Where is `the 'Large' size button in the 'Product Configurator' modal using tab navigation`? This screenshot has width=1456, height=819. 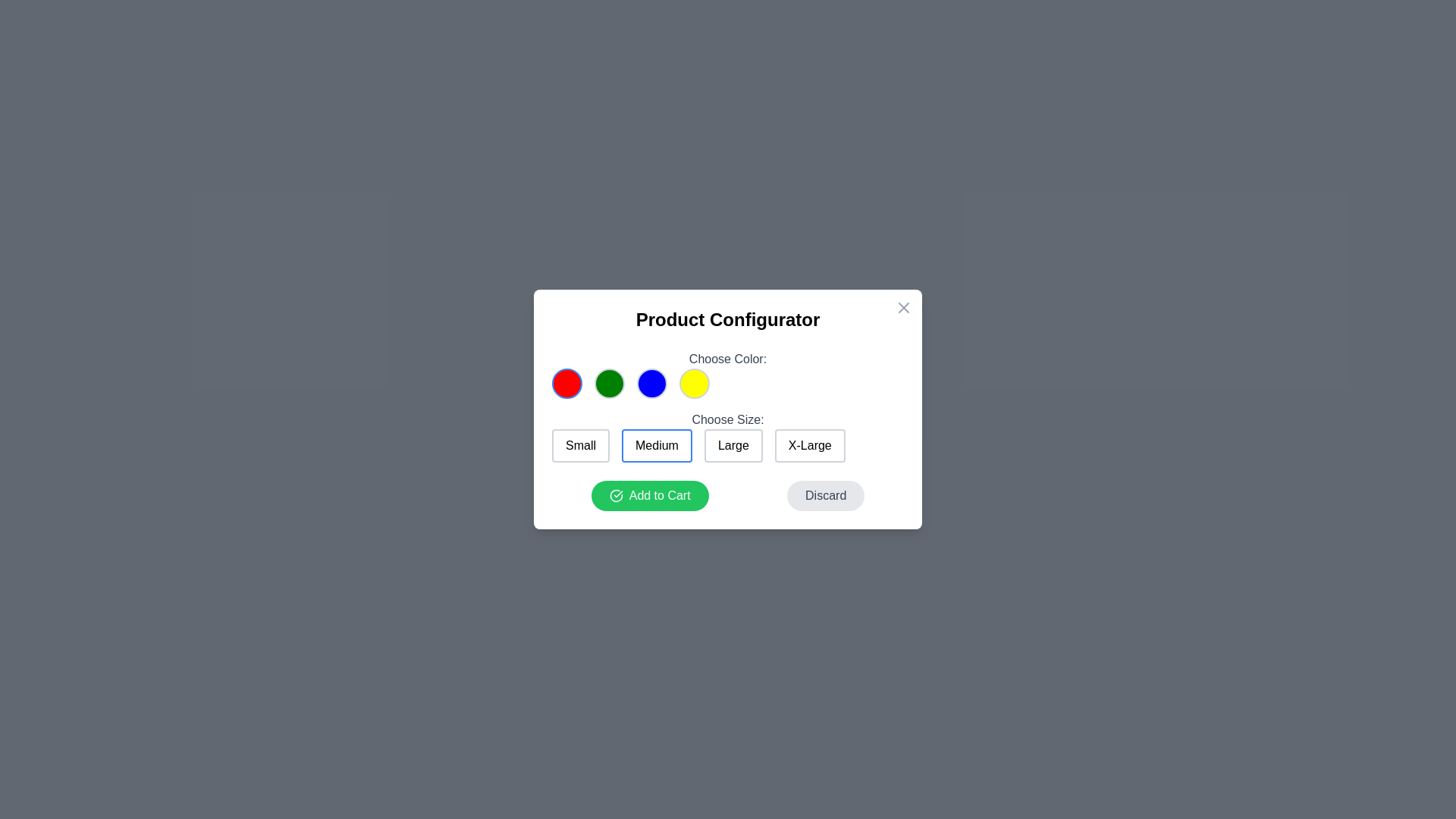 the 'Large' size button in the 'Product Configurator' modal using tab navigation is located at coordinates (728, 444).